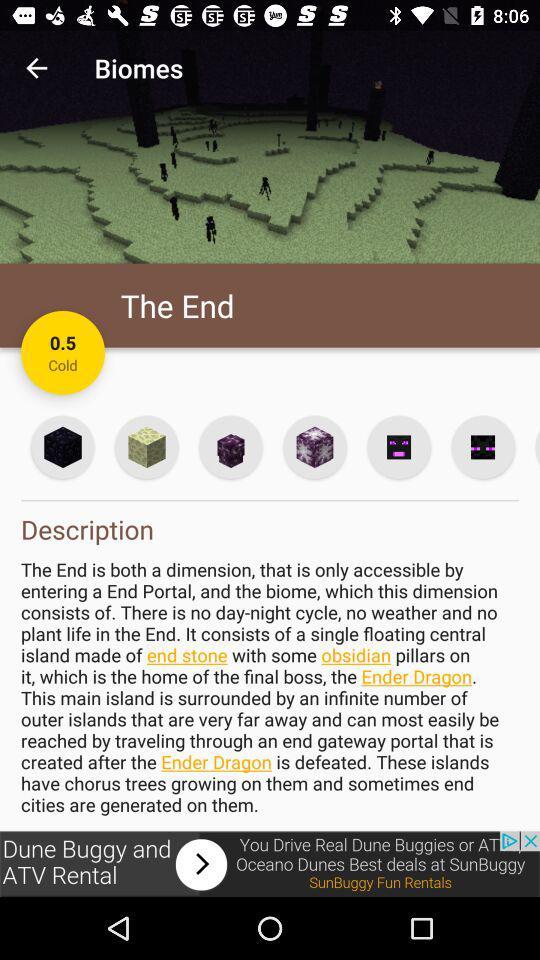 Image resolution: width=540 pixels, height=960 pixels. What do you see at coordinates (270, 863) in the screenshot?
I see `click advertisement` at bounding box center [270, 863].